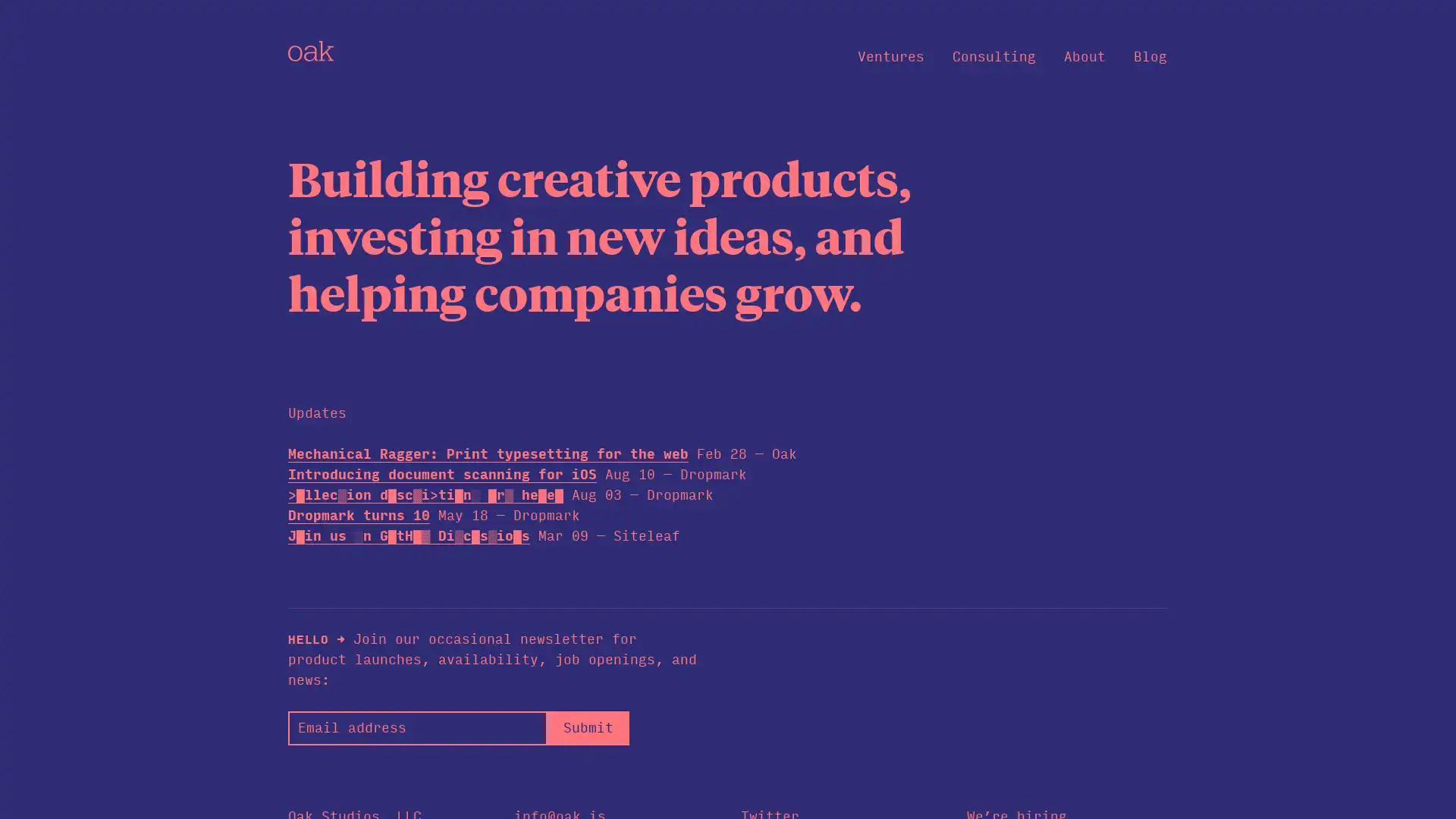  Describe the element at coordinates (587, 726) in the screenshot. I see `Submit` at that location.